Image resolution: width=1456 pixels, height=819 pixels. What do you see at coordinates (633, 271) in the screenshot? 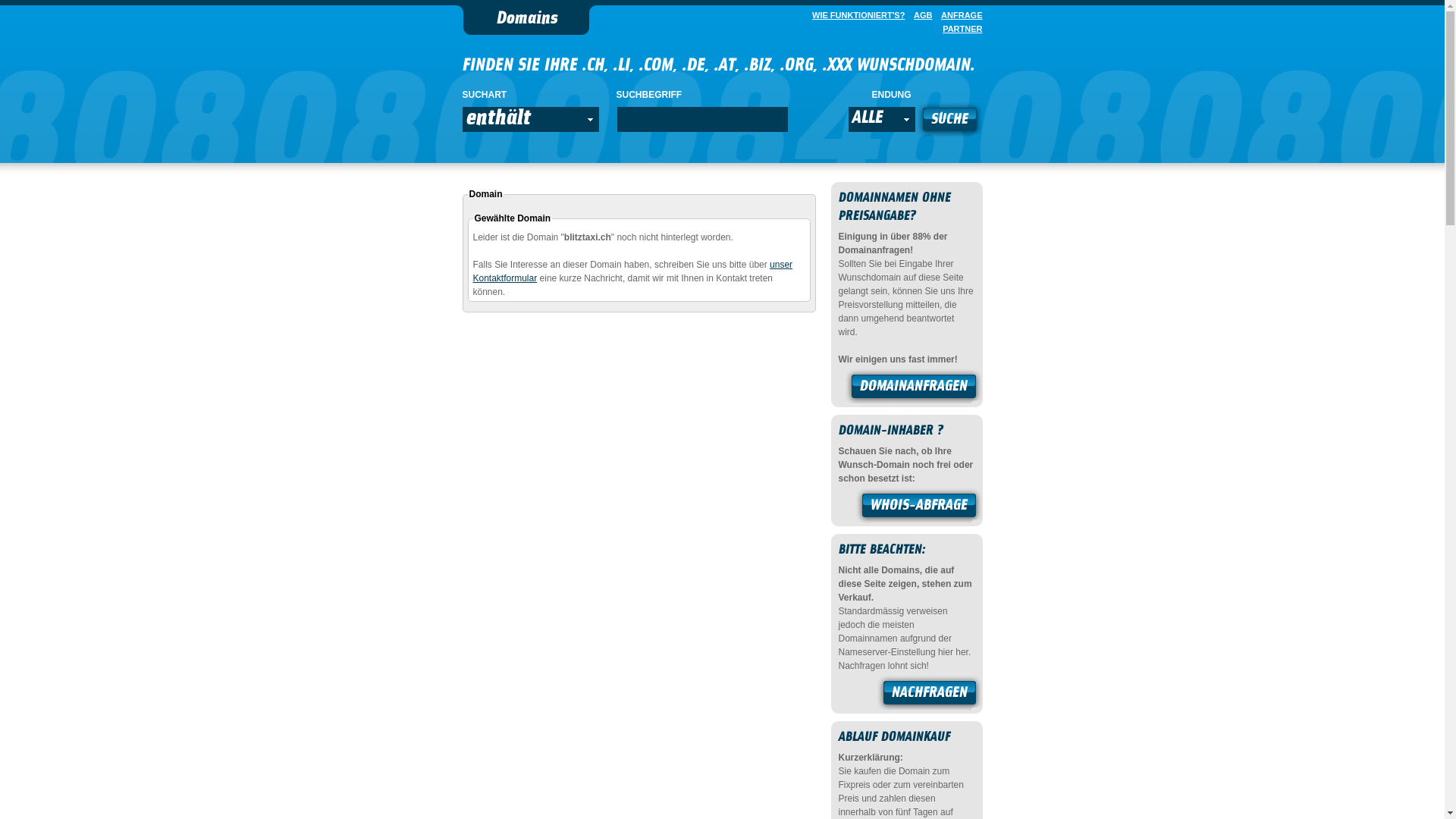
I see `'unser Kontaktformular'` at bounding box center [633, 271].